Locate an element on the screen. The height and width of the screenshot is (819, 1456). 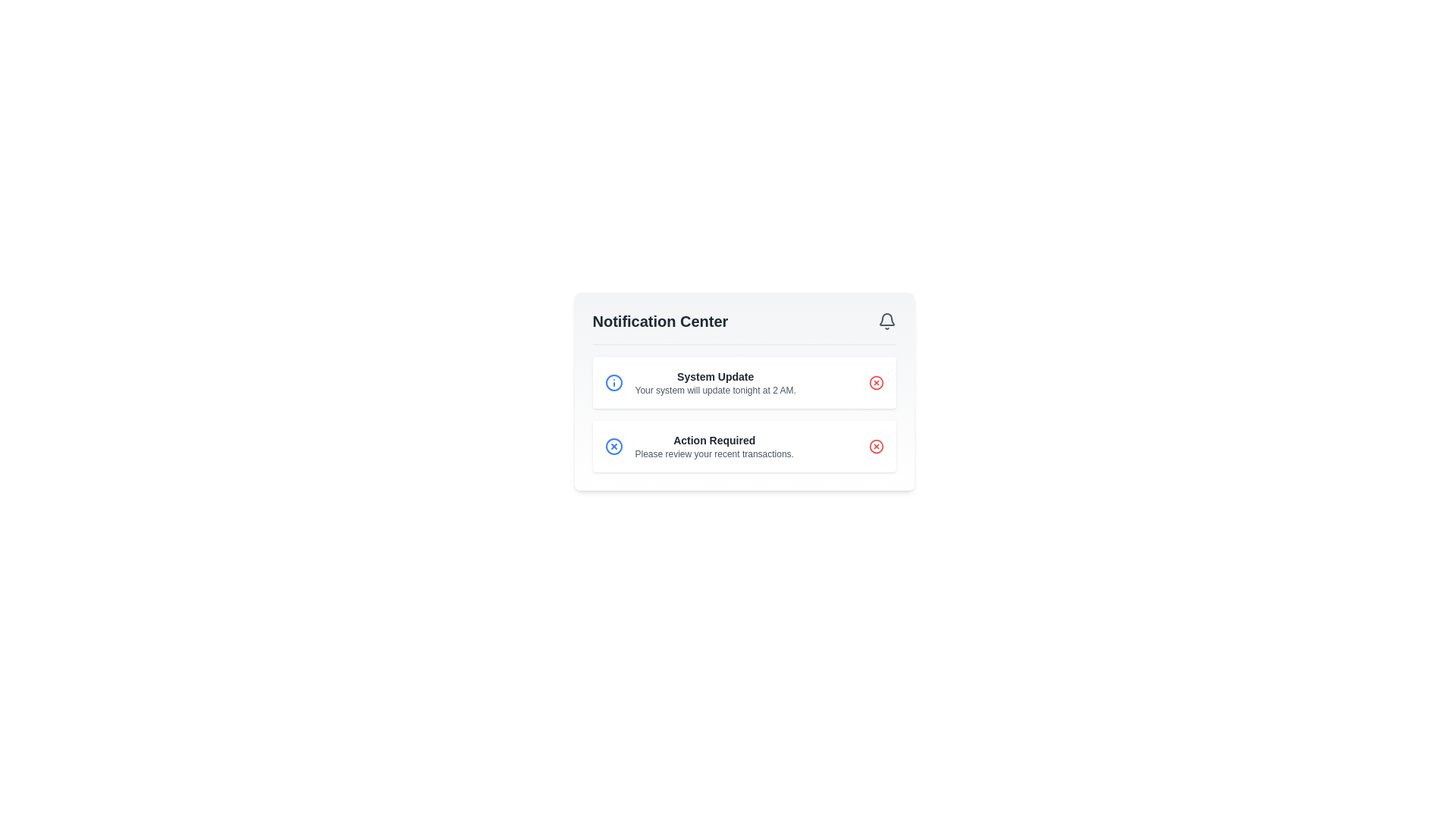
the text label that reads 'Your system will update tonight at 2 AM.' located in the notification card below the 'System Update' header in the Notification Center is located at coordinates (714, 390).